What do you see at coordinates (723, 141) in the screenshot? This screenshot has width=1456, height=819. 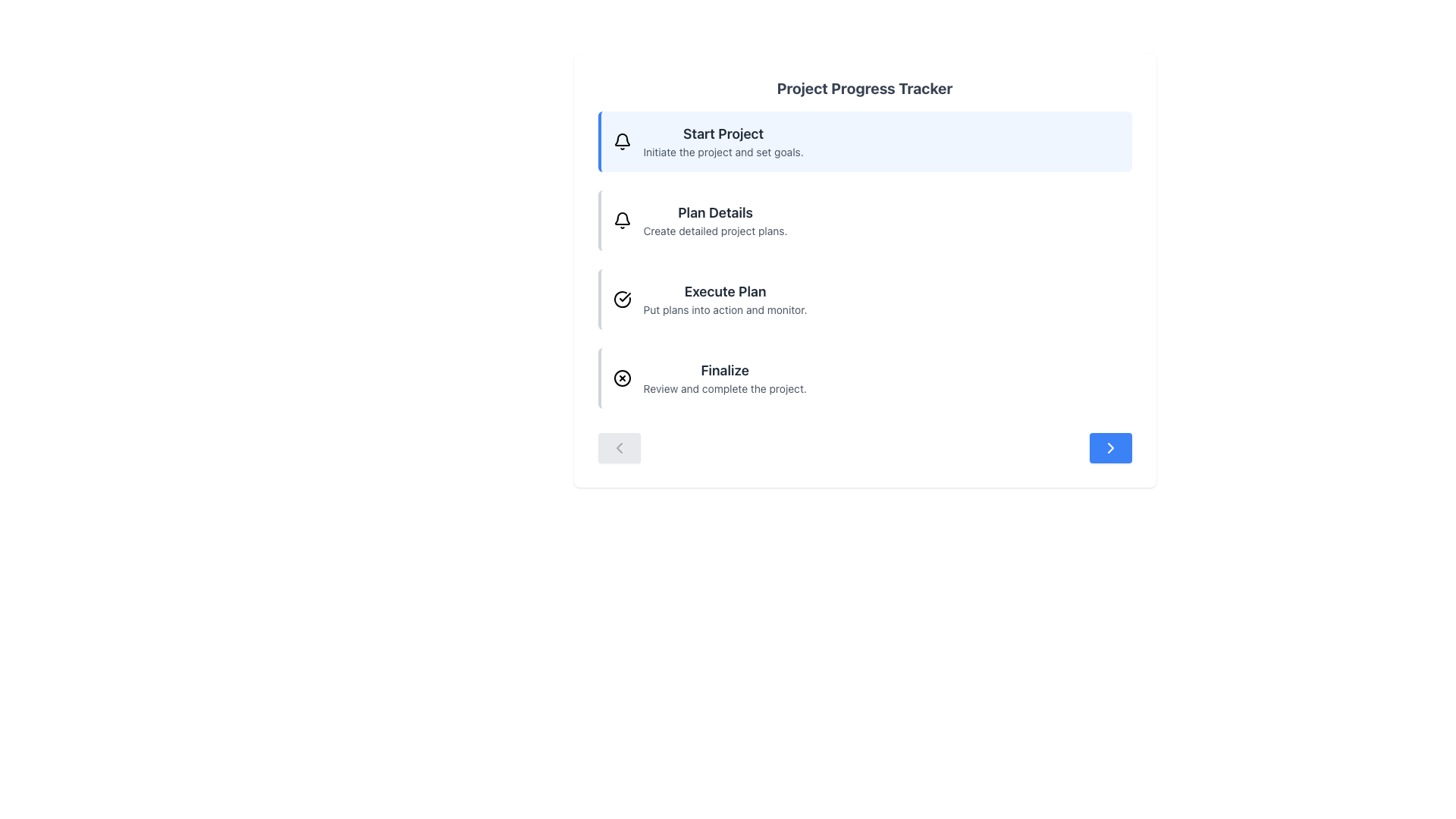 I see `the informational card titled 'Start Project' which contains the subtext 'Initiate the project and set goals.' This card is the first item in the 'Project Progress Tracker' list` at bounding box center [723, 141].